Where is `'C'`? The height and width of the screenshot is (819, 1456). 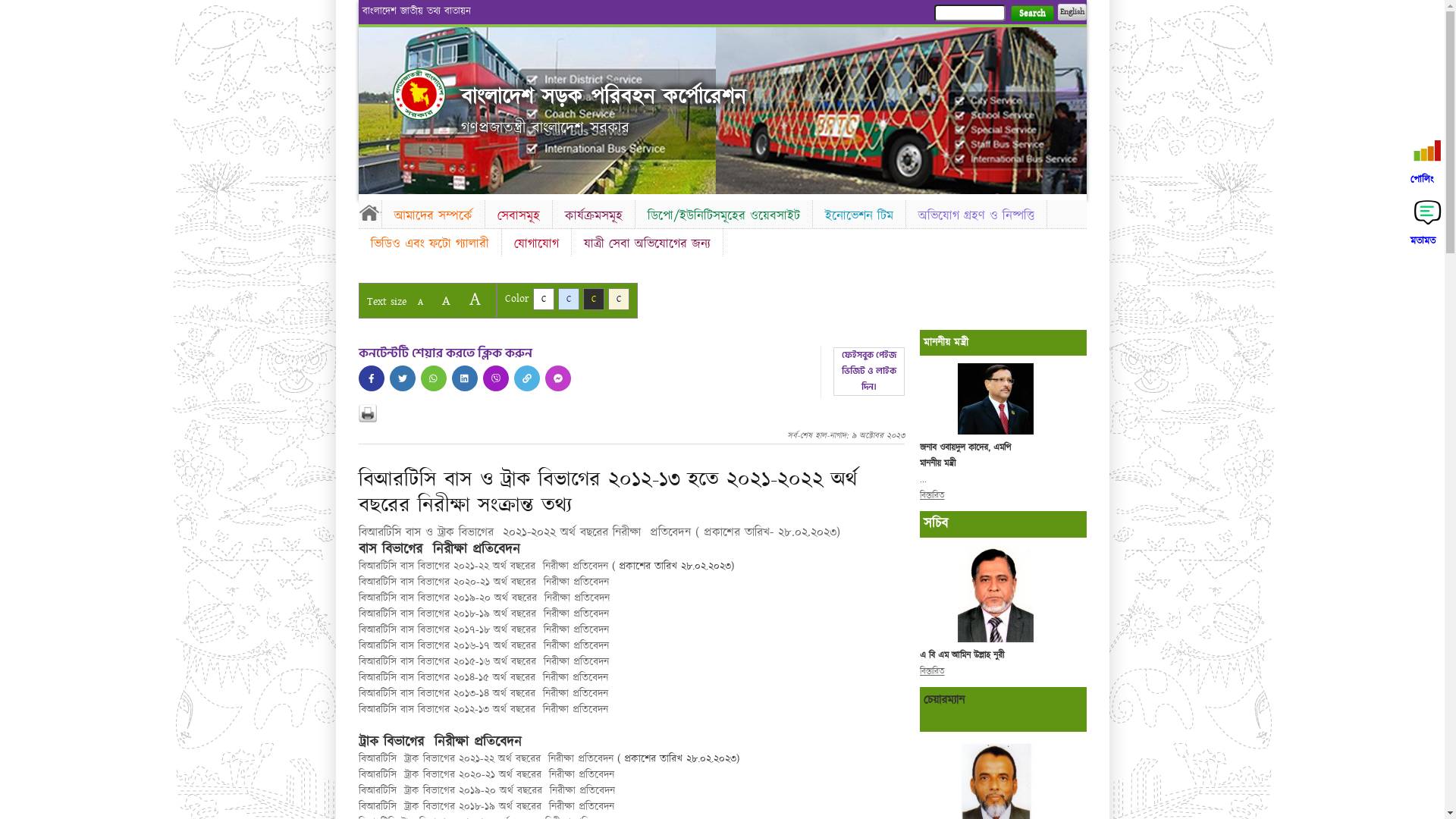
'C' is located at coordinates (592, 299).